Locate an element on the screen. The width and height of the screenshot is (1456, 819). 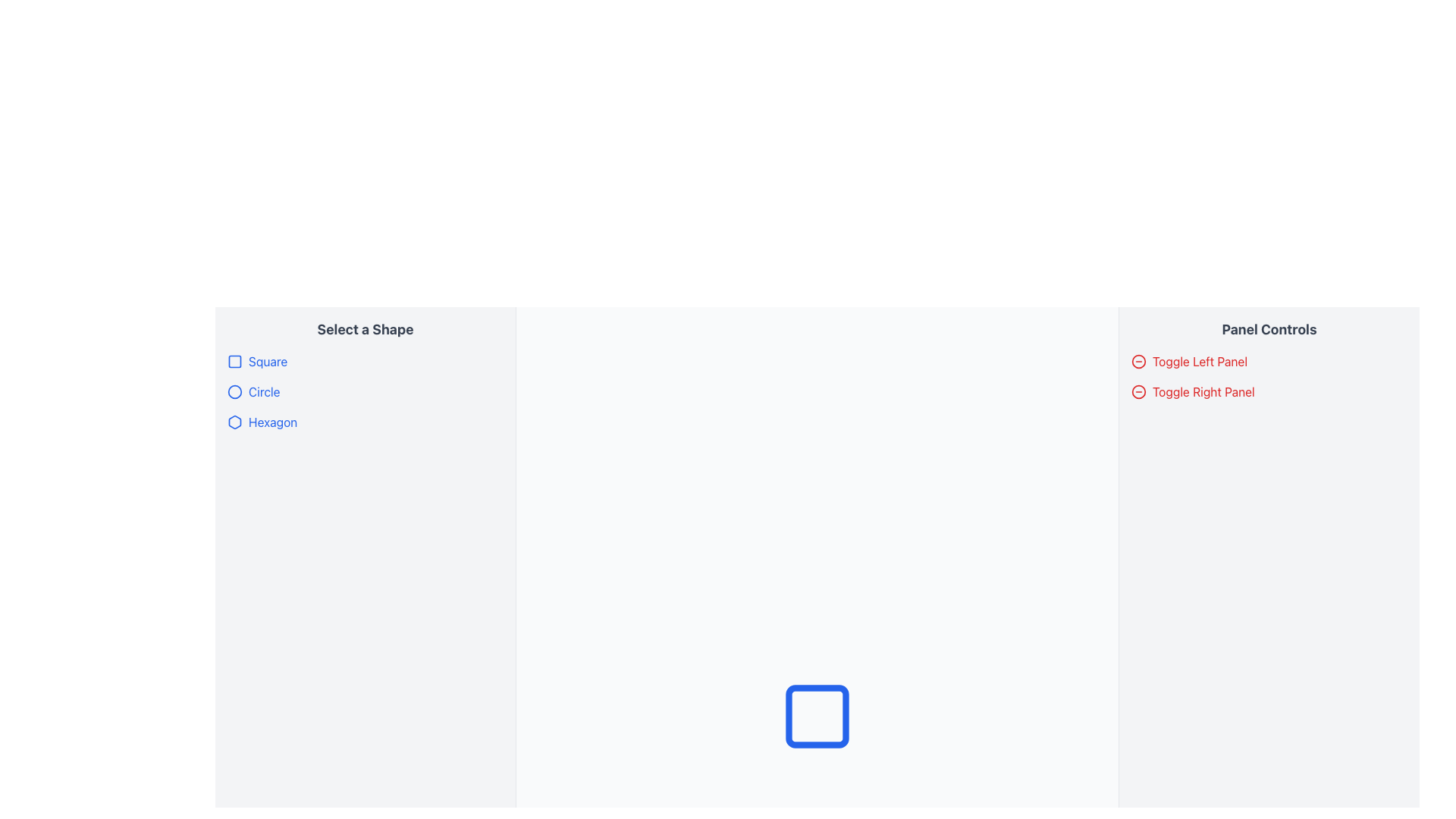
the 'Circle' selectable text label located in the left panel under 'Select a Shape', which is the second option in the list is located at coordinates (264, 391).